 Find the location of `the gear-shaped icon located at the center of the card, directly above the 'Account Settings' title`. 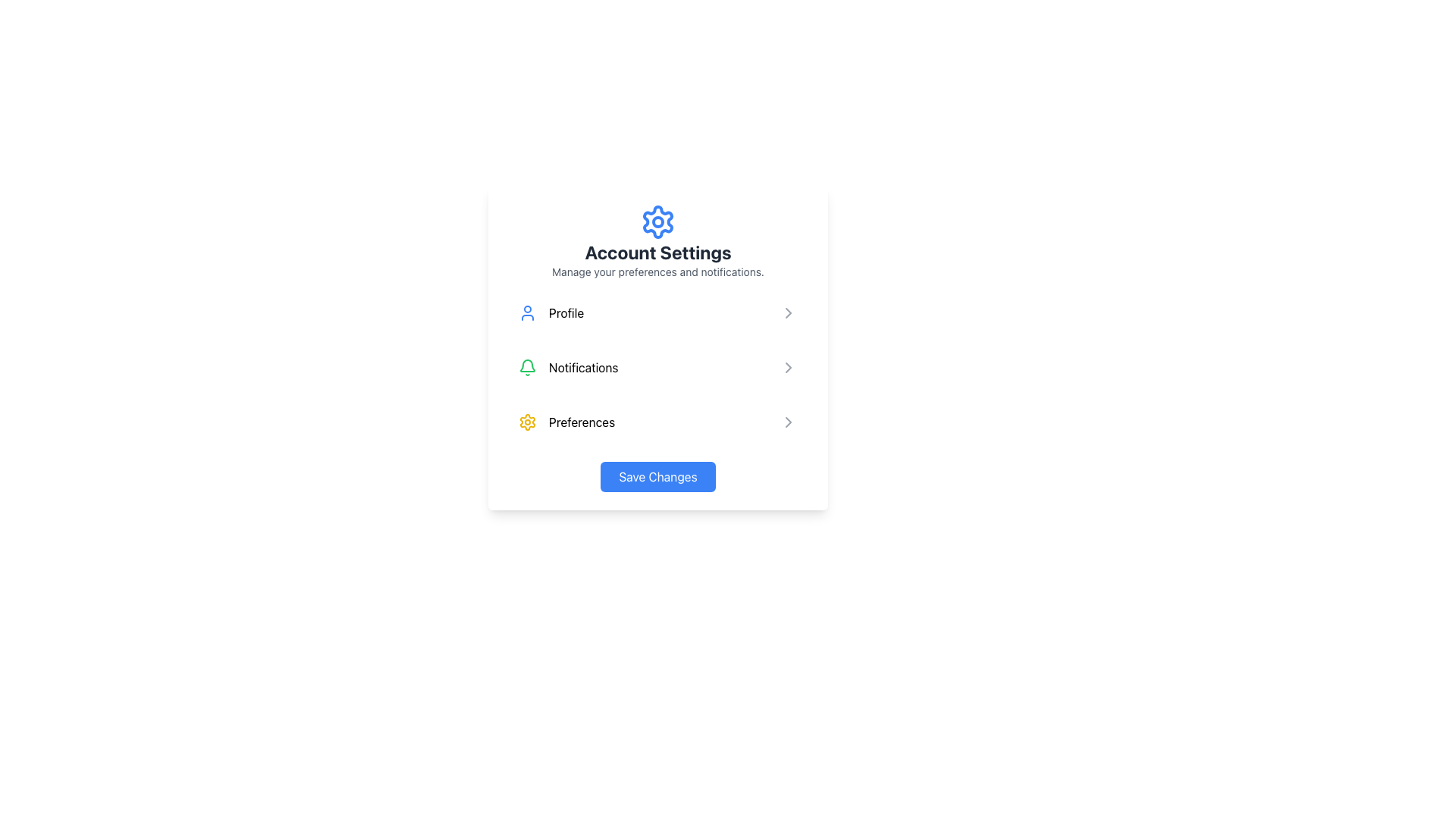

the gear-shaped icon located at the center of the card, directly above the 'Account Settings' title is located at coordinates (658, 222).